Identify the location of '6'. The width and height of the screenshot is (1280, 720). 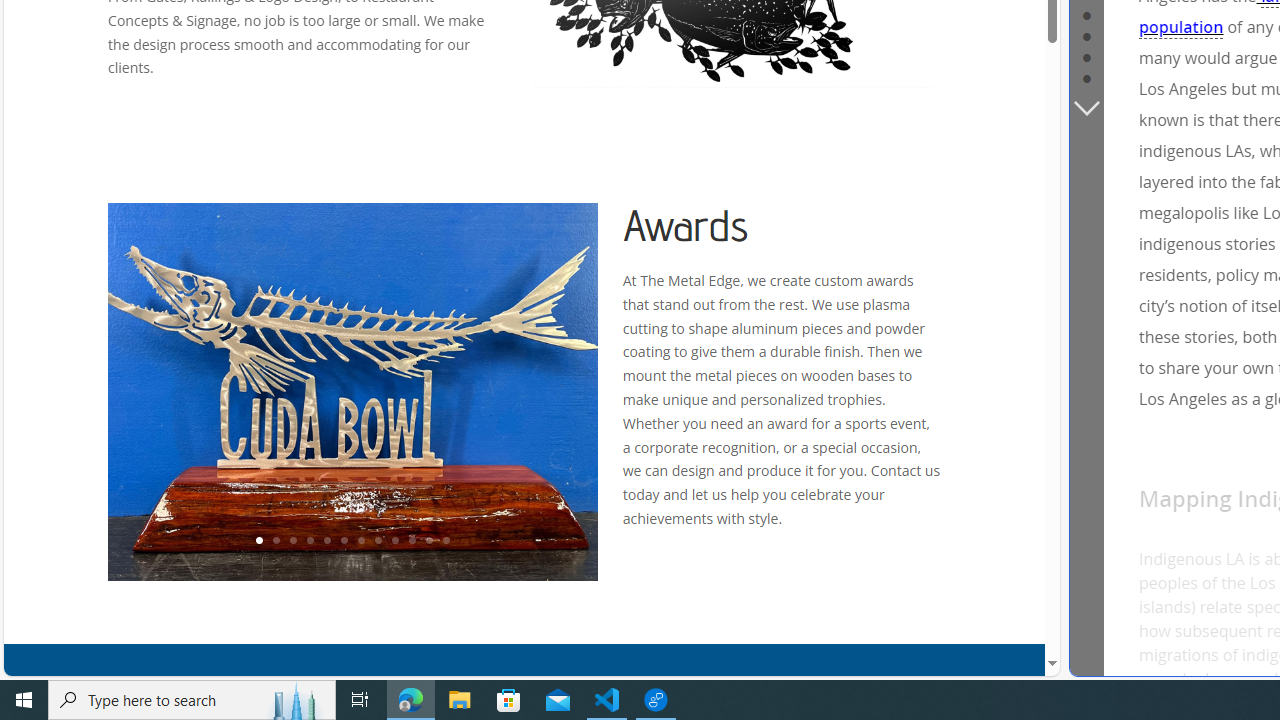
(344, 541).